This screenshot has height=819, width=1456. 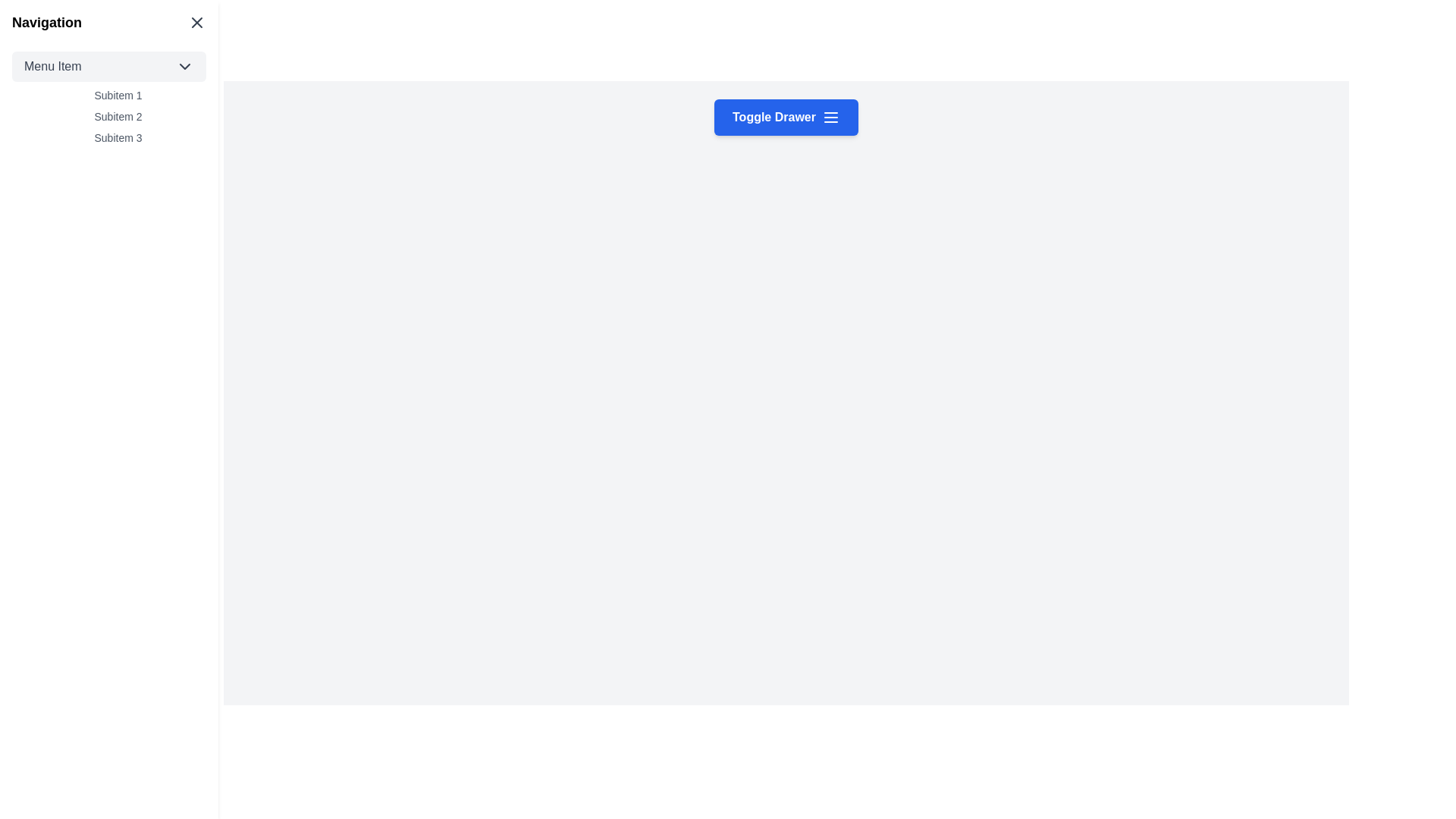 I want to click on the Text Label for 'Subitem 2', which is the second item in the navigation panel on the left side of the interface, so click(x=118, y=116).